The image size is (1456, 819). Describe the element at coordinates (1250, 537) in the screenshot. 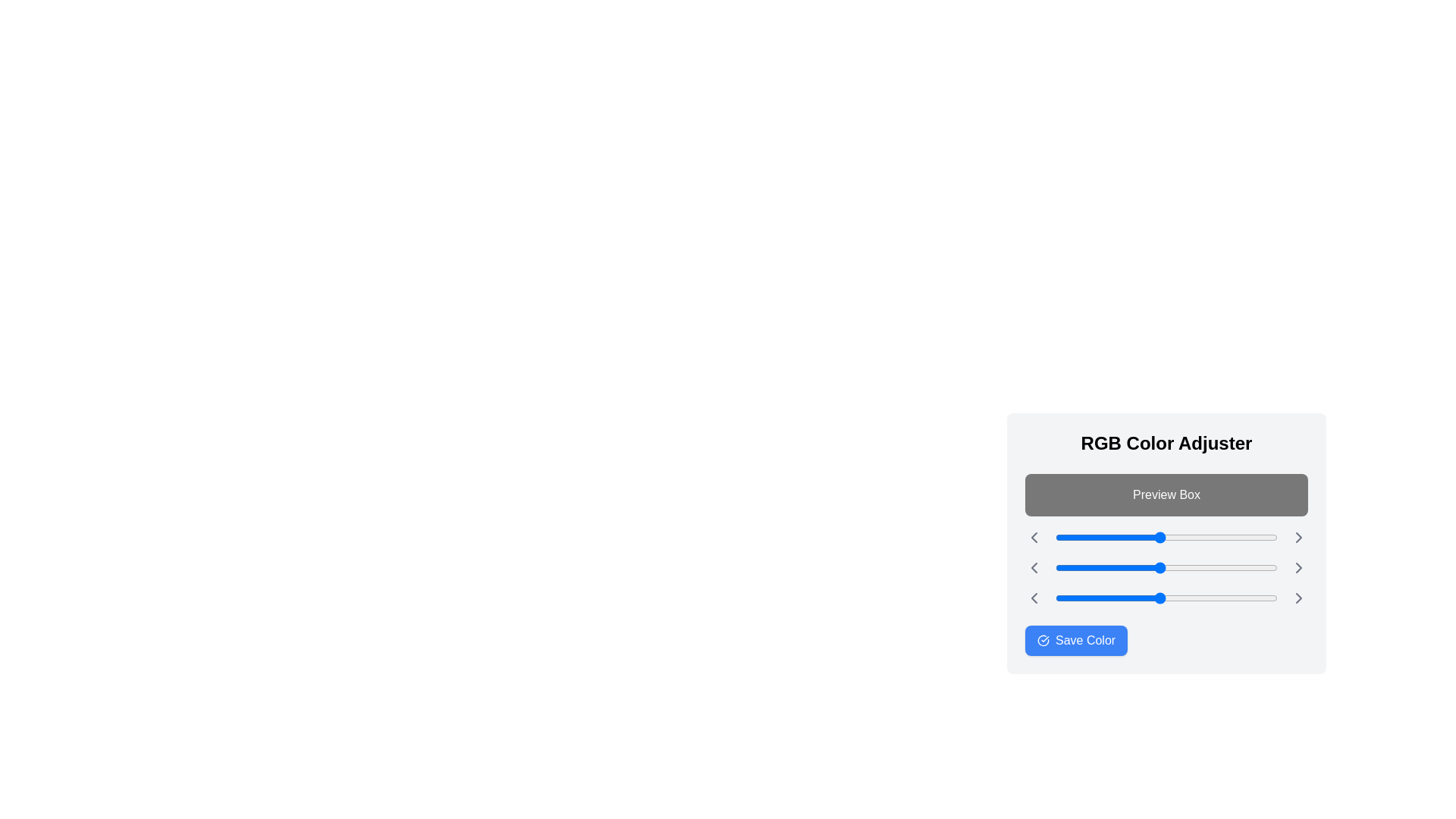

I see `the red color slider to 224 (0-255)` at that location.